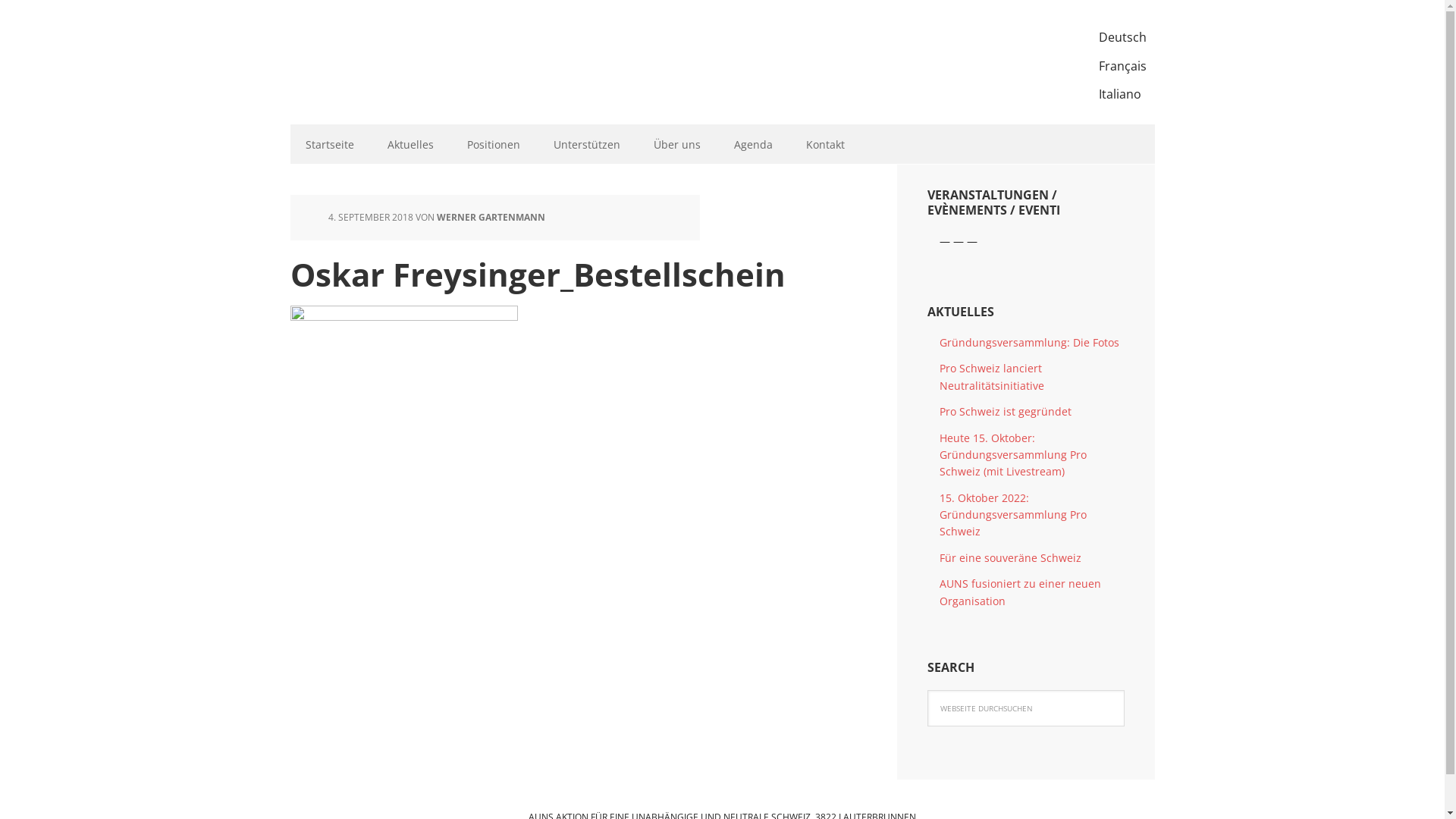 The width and height of the screenshot is (1456, 819). I want to click on 'WERNER GARTENMANN', so click(491, 217).